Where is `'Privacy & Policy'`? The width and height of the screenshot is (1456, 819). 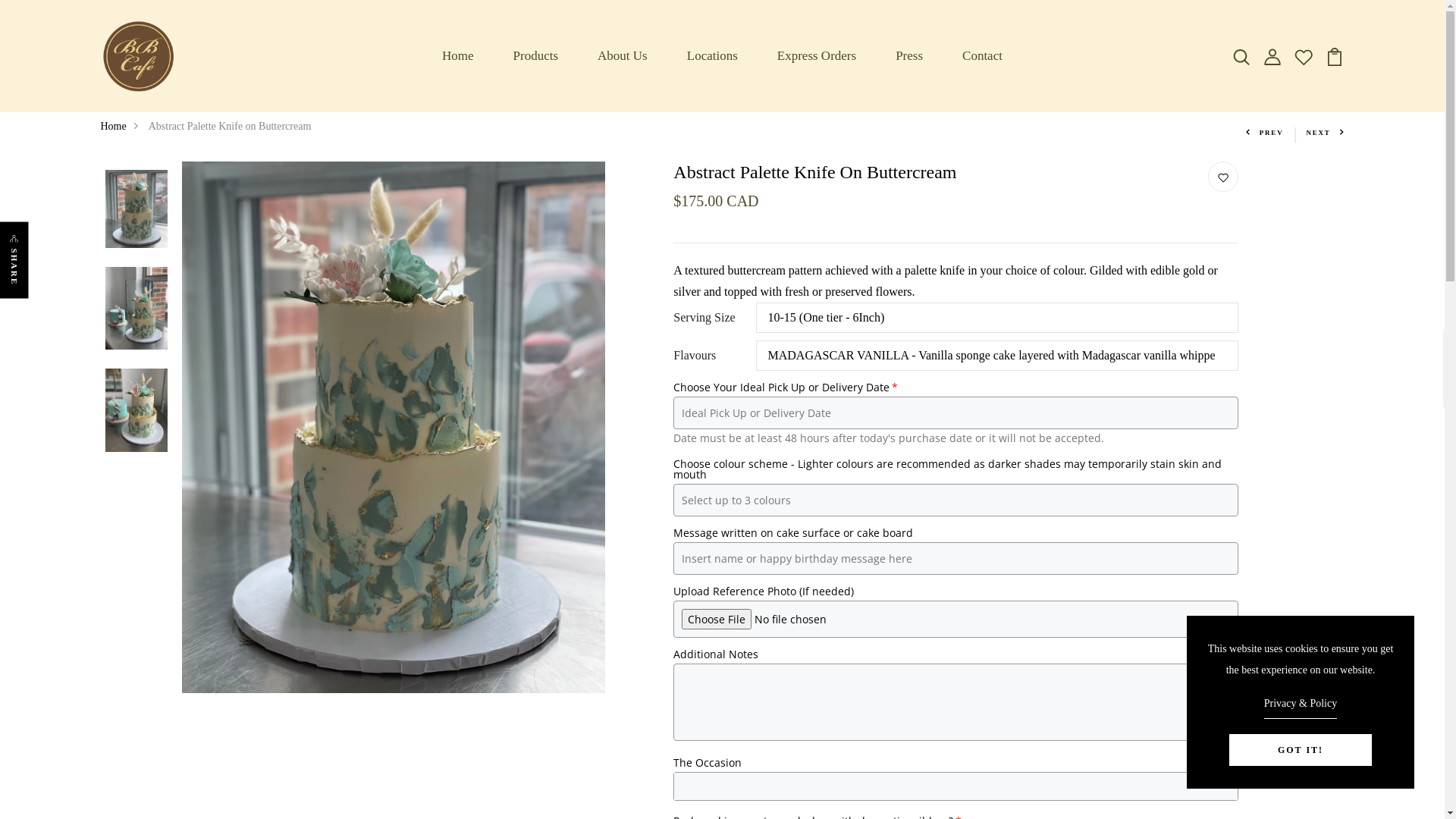 'Privacy & Policy' is located at coordinates (1299, 705).